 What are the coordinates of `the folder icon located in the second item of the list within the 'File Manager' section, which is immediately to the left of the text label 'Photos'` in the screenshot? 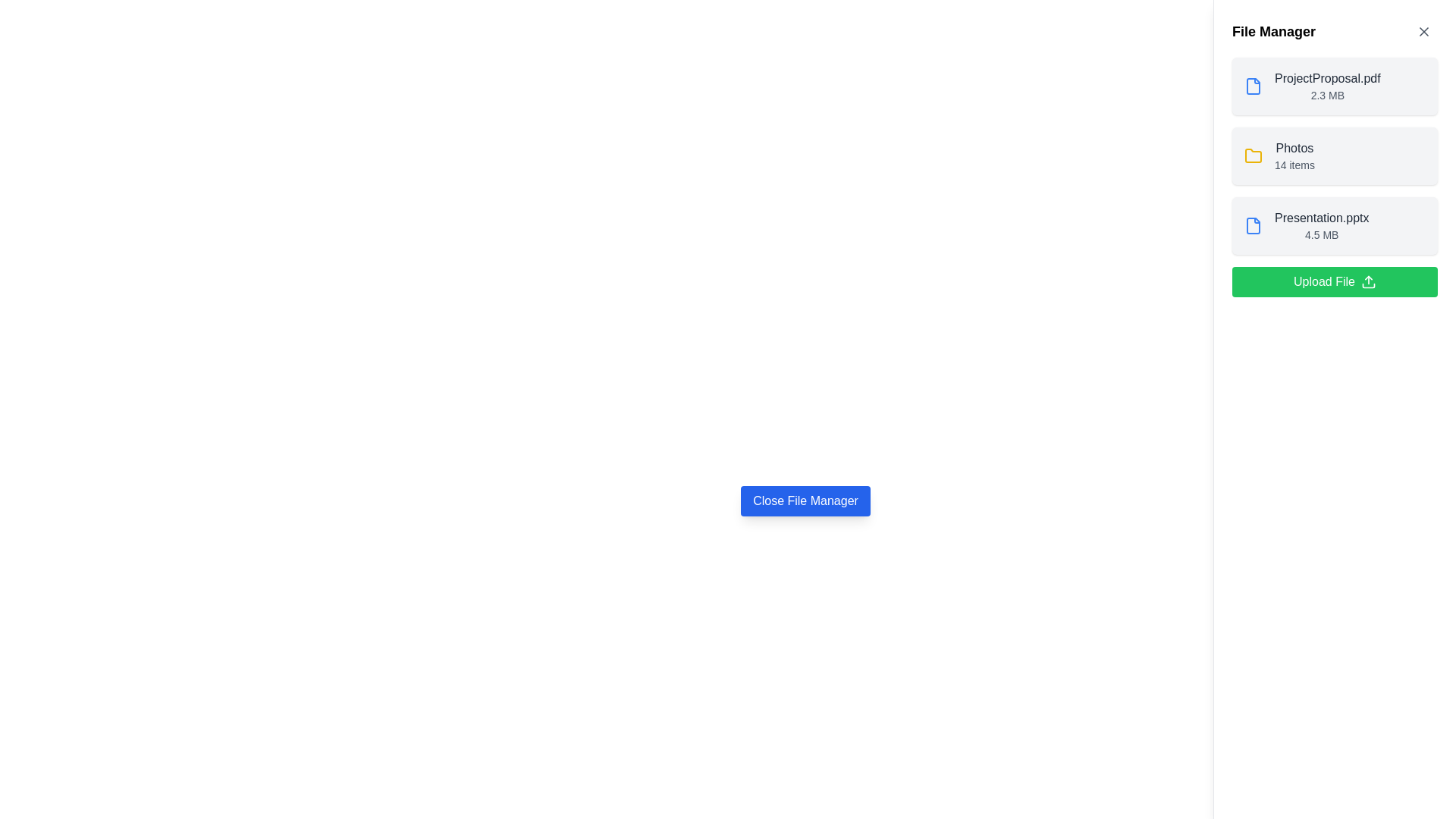 It's located at (1253, 155).